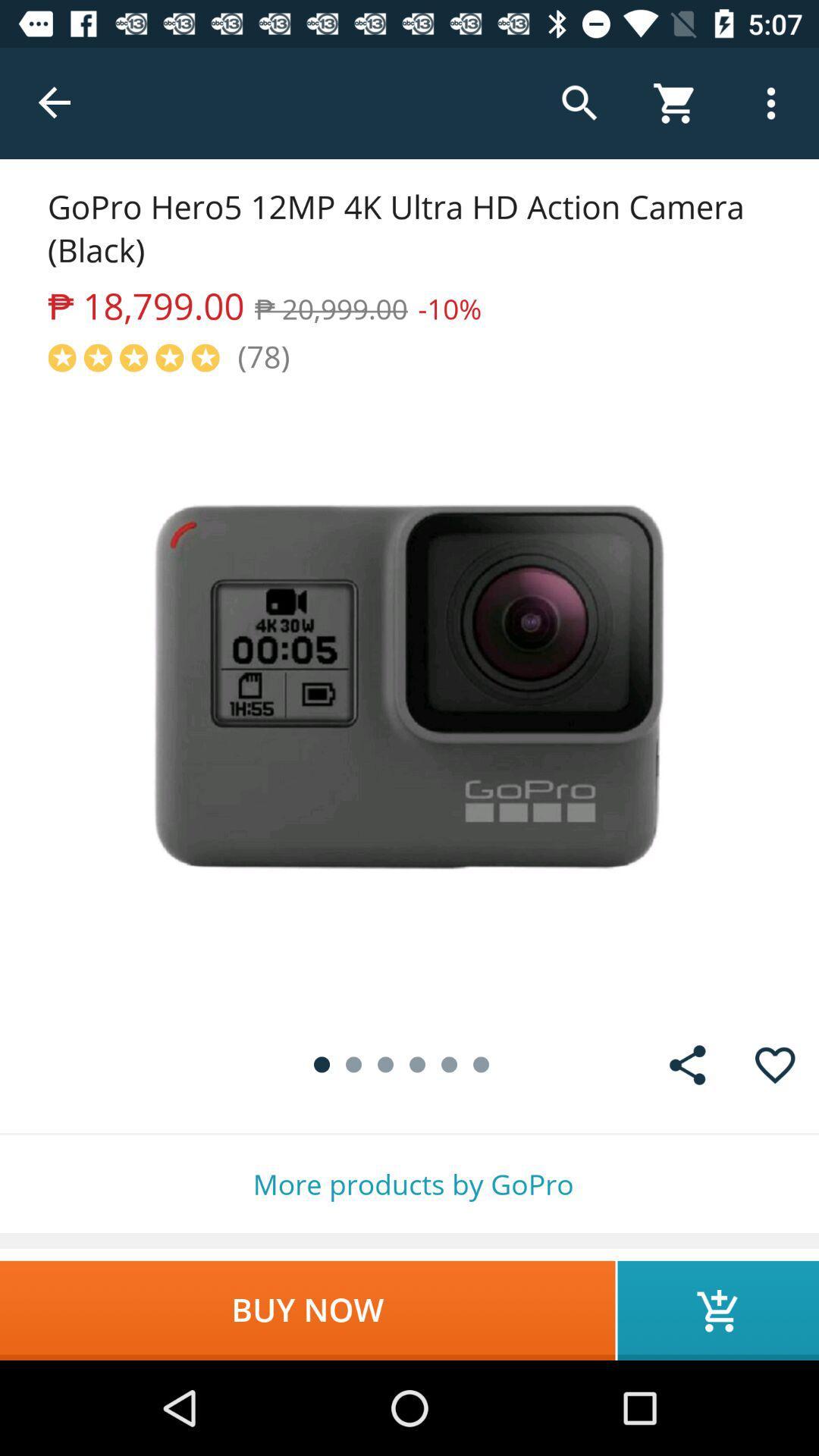 This screenshot has height=1456, width=819. Describe the element at coordinates (409, 1183) in the screenshot. I see `item above the buy now item` at that location.